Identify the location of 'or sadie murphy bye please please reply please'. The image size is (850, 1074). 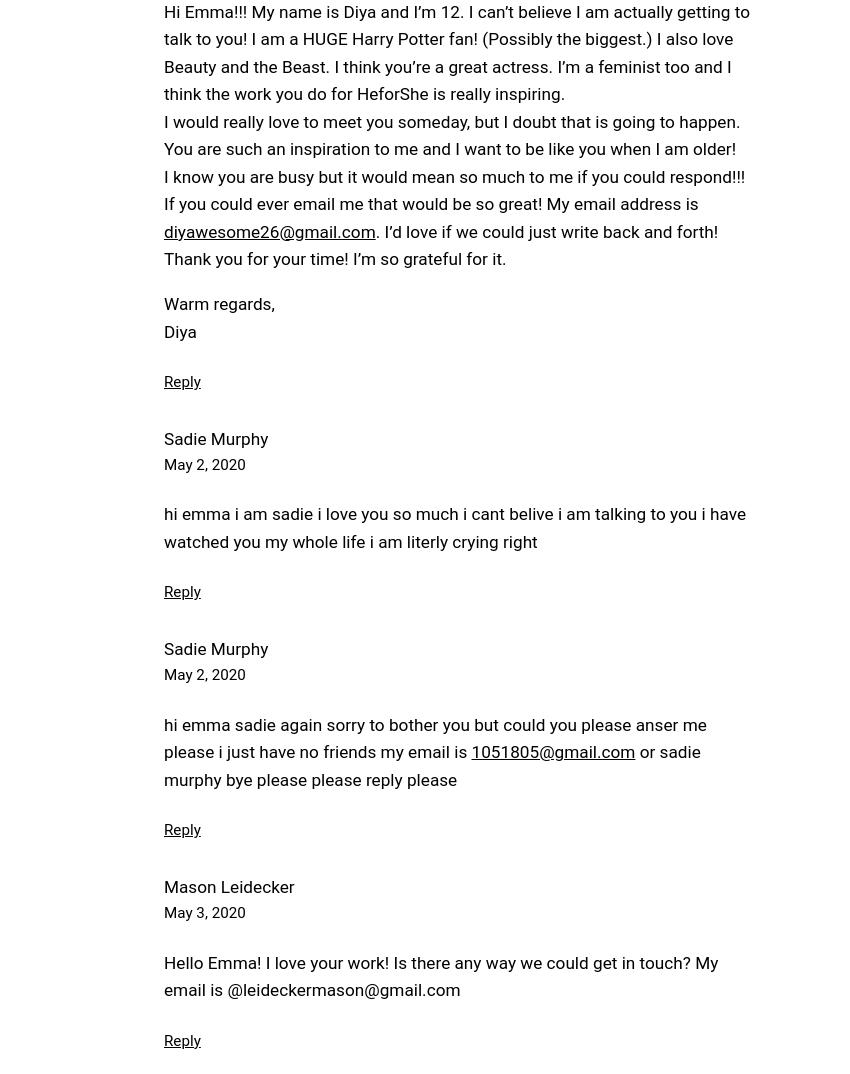
(163, 764).